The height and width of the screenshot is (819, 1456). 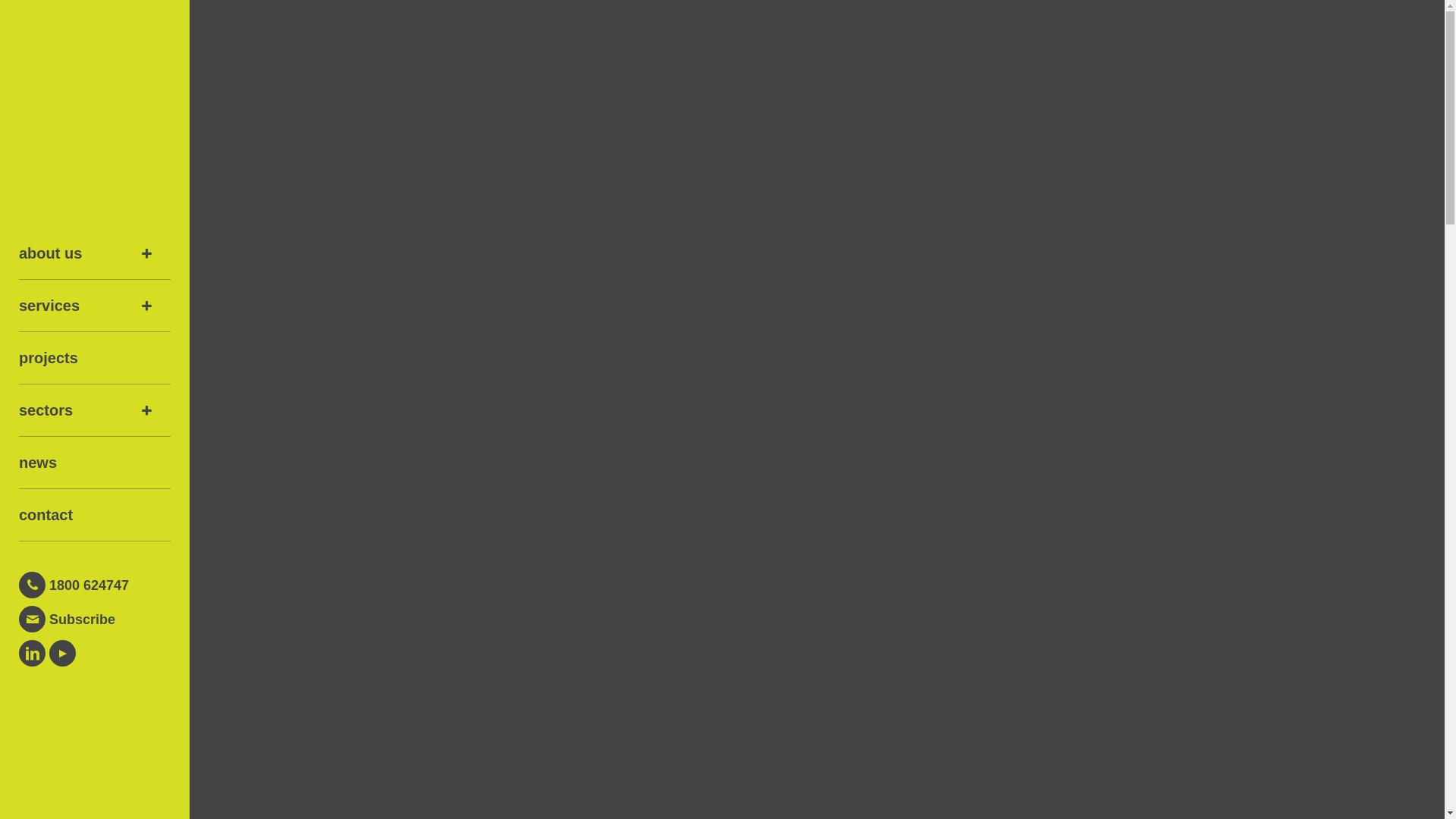 What do you see at coordinates (93, 253) in the screenshot?
I see `'about us'` at bounding box center [93, 253].